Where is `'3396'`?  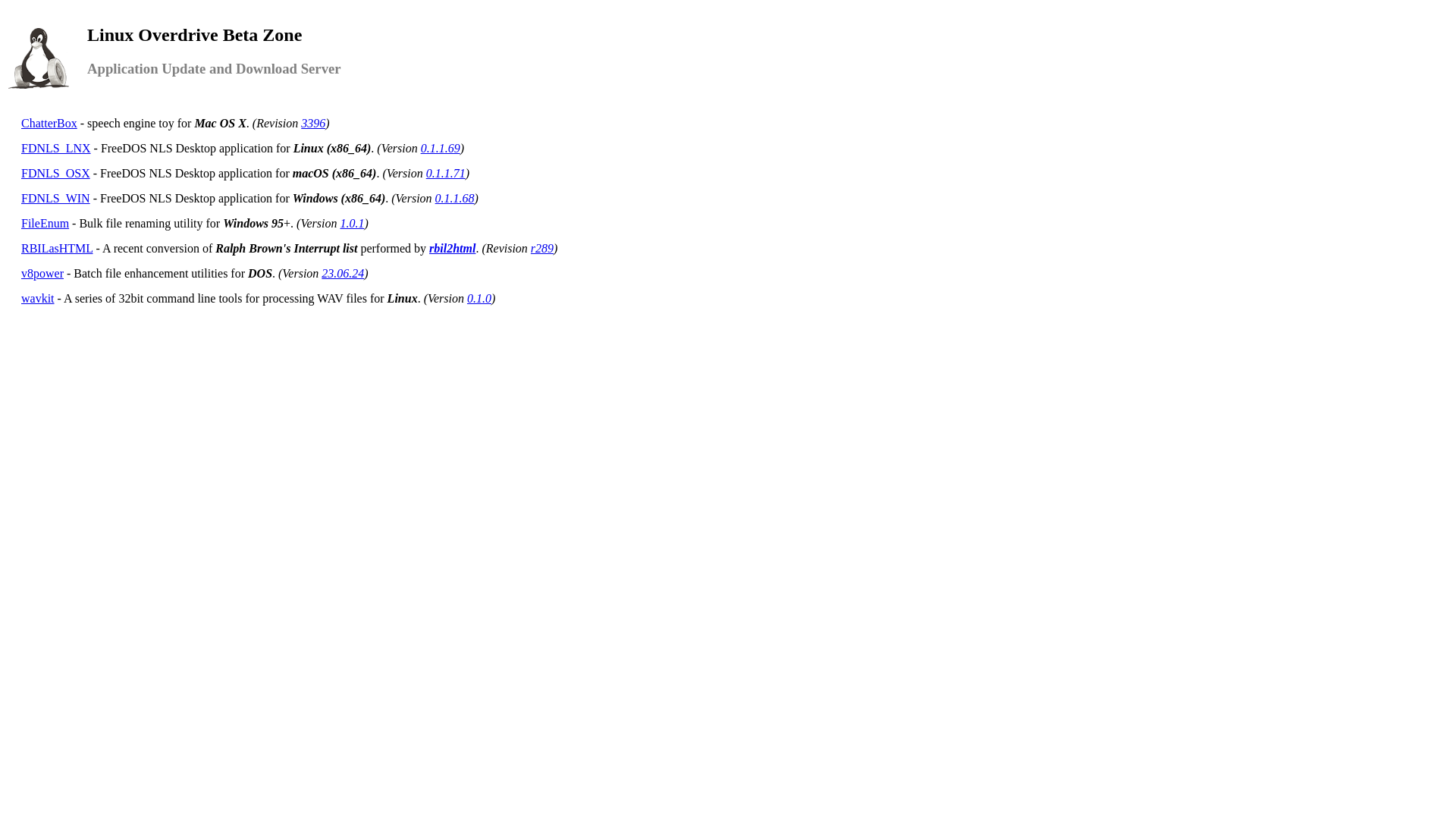 '3396' is located at coordinates (312, 122).